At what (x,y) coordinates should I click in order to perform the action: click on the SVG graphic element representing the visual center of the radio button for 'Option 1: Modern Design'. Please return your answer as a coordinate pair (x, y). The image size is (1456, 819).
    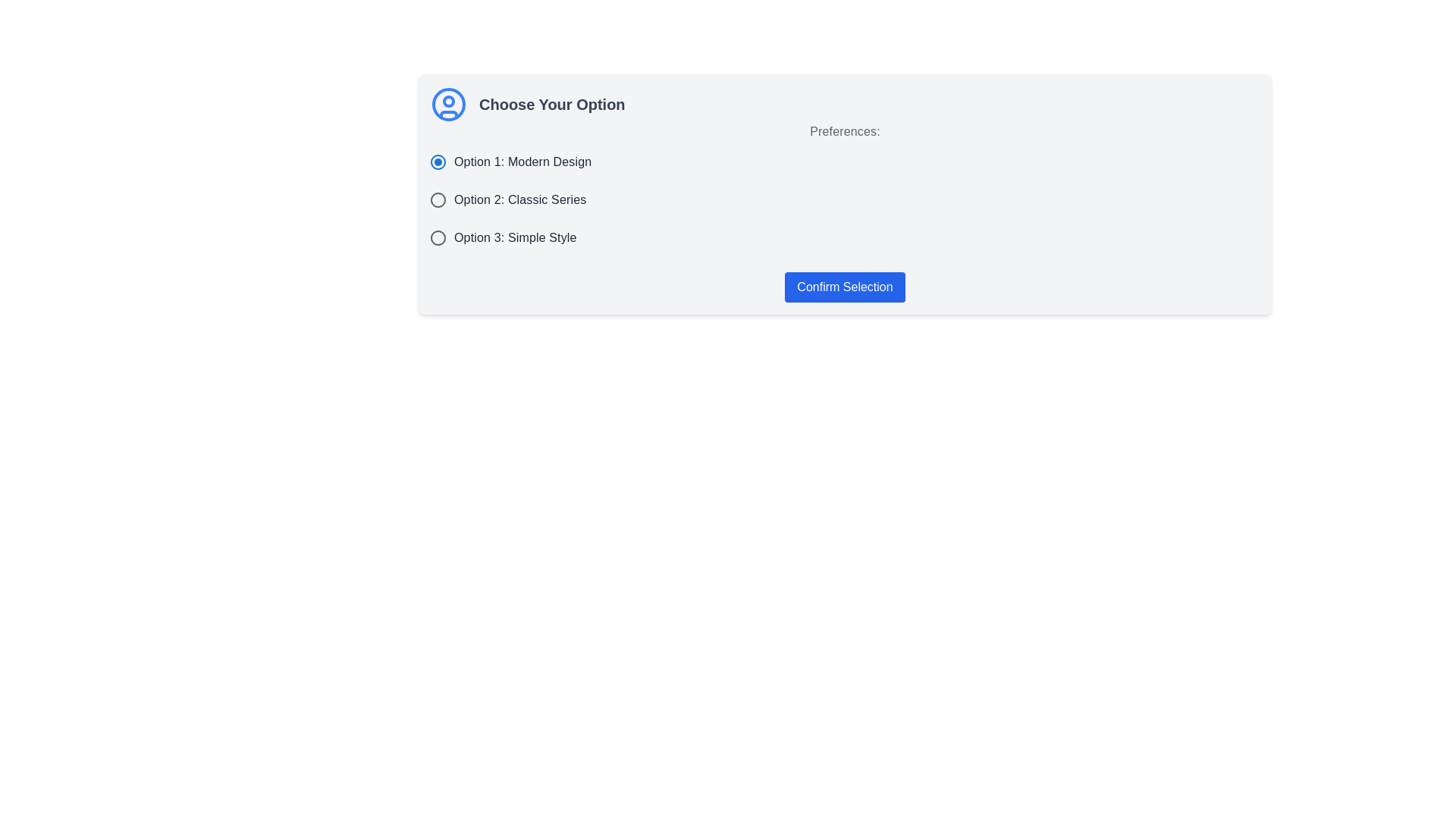
    Looking at the image, I should click on (437, 162).